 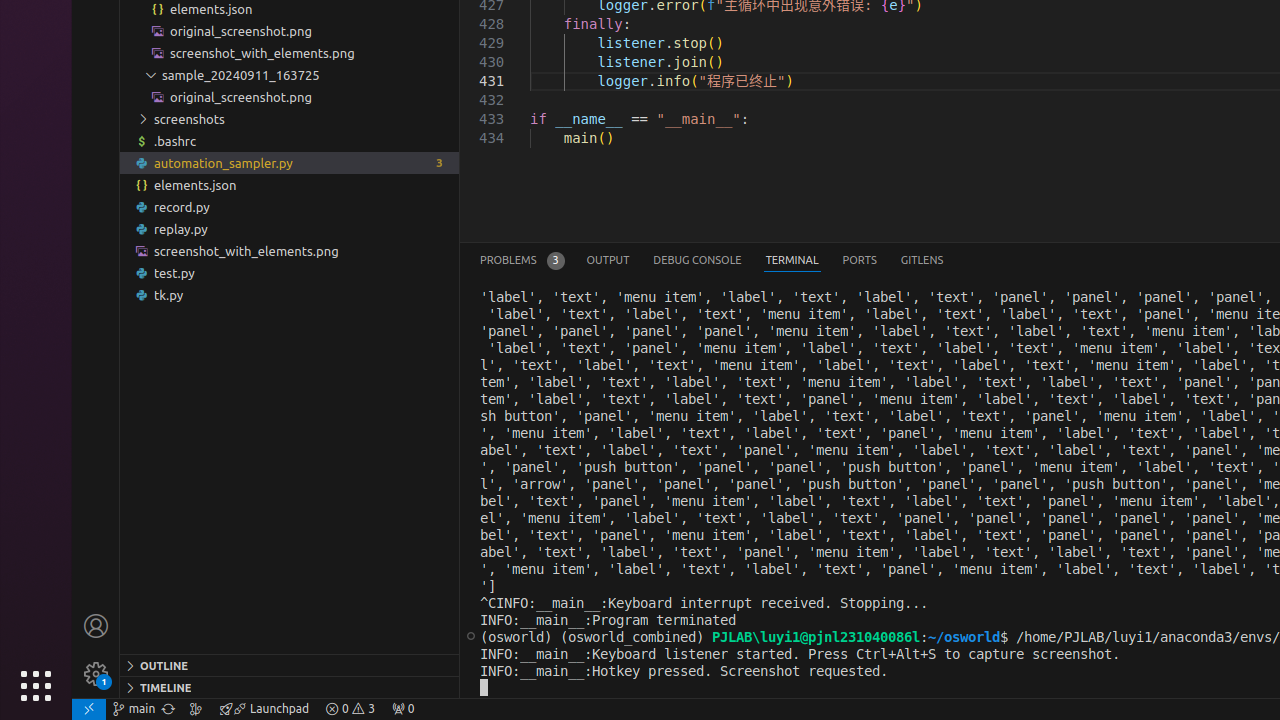 I want to click on 'record.py', so click(x=288, y=206).